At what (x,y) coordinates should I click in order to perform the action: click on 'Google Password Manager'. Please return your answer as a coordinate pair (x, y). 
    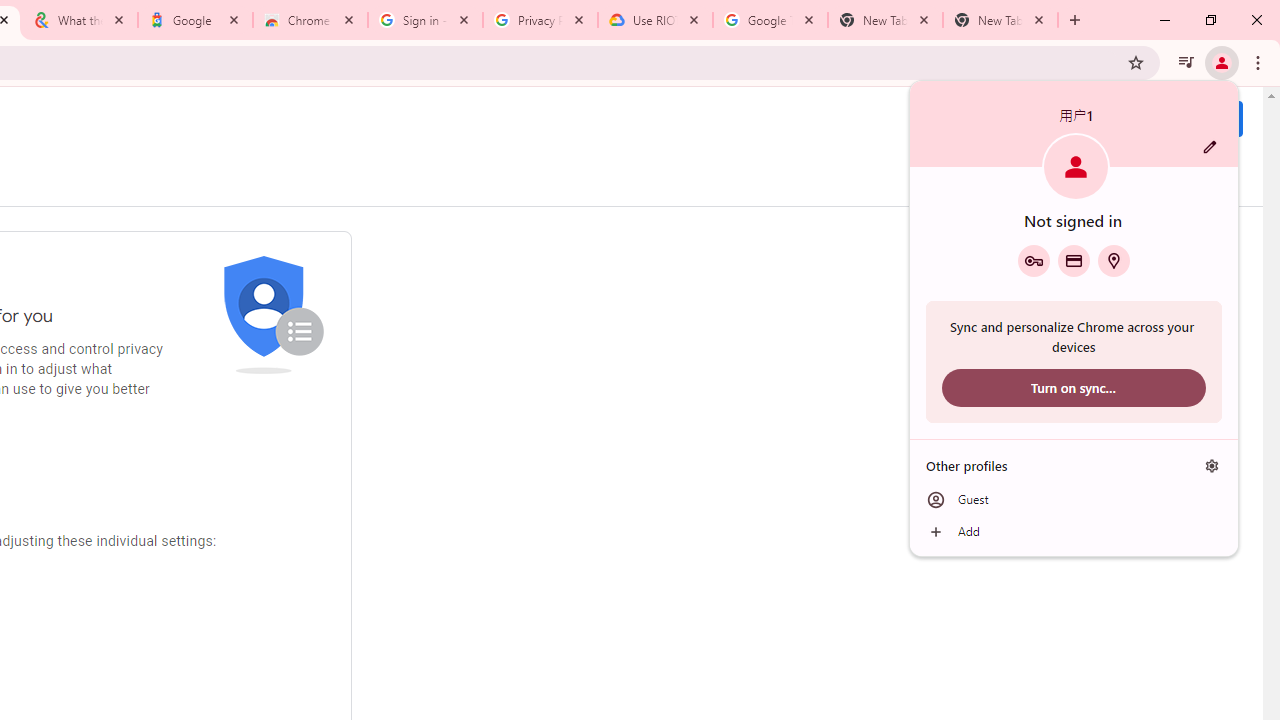
    Looking at the image, I should click on (1033, 260).